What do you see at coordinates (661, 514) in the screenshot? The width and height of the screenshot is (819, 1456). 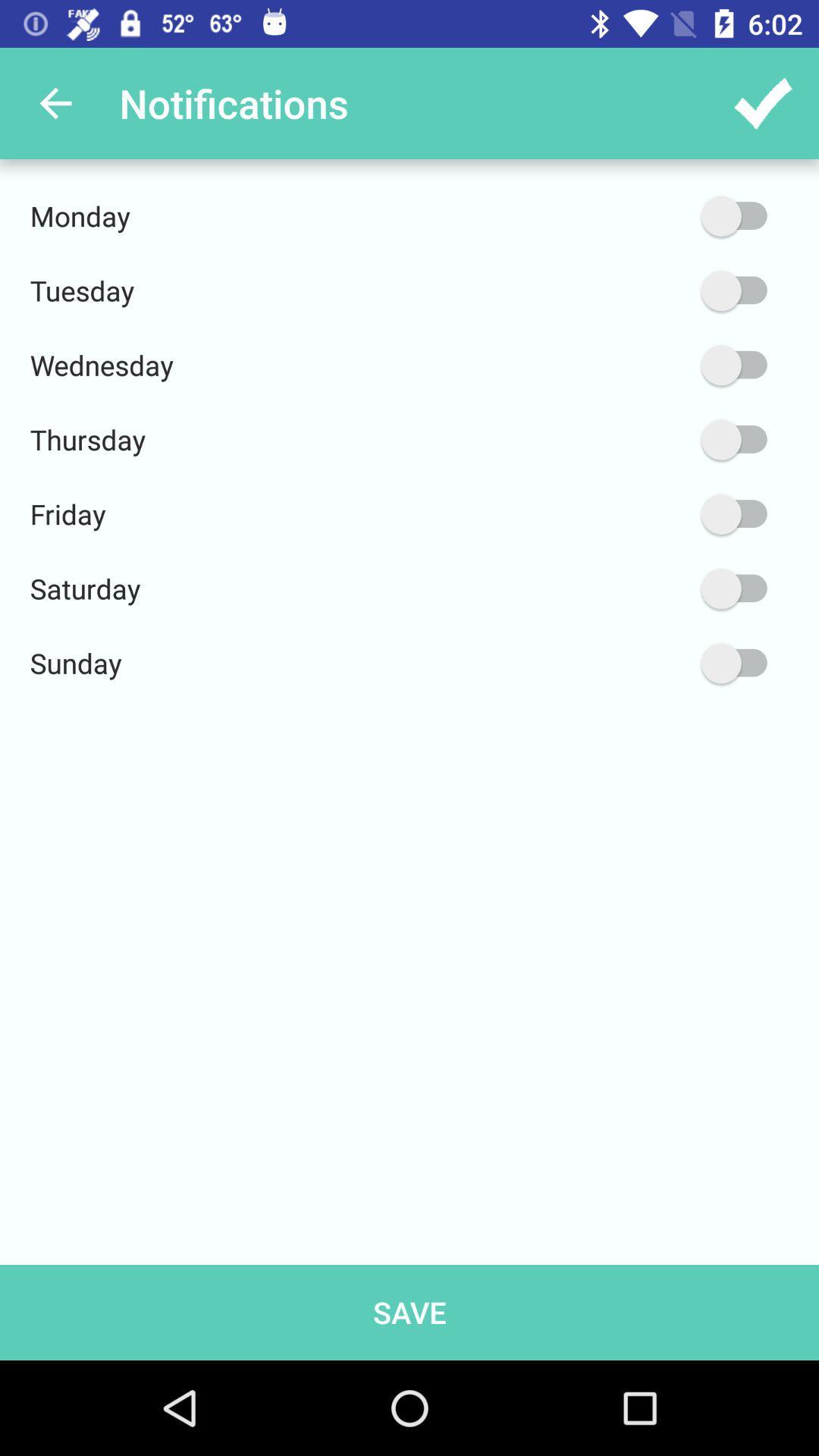 I see `the friday option` at bounding box center [661, 514].